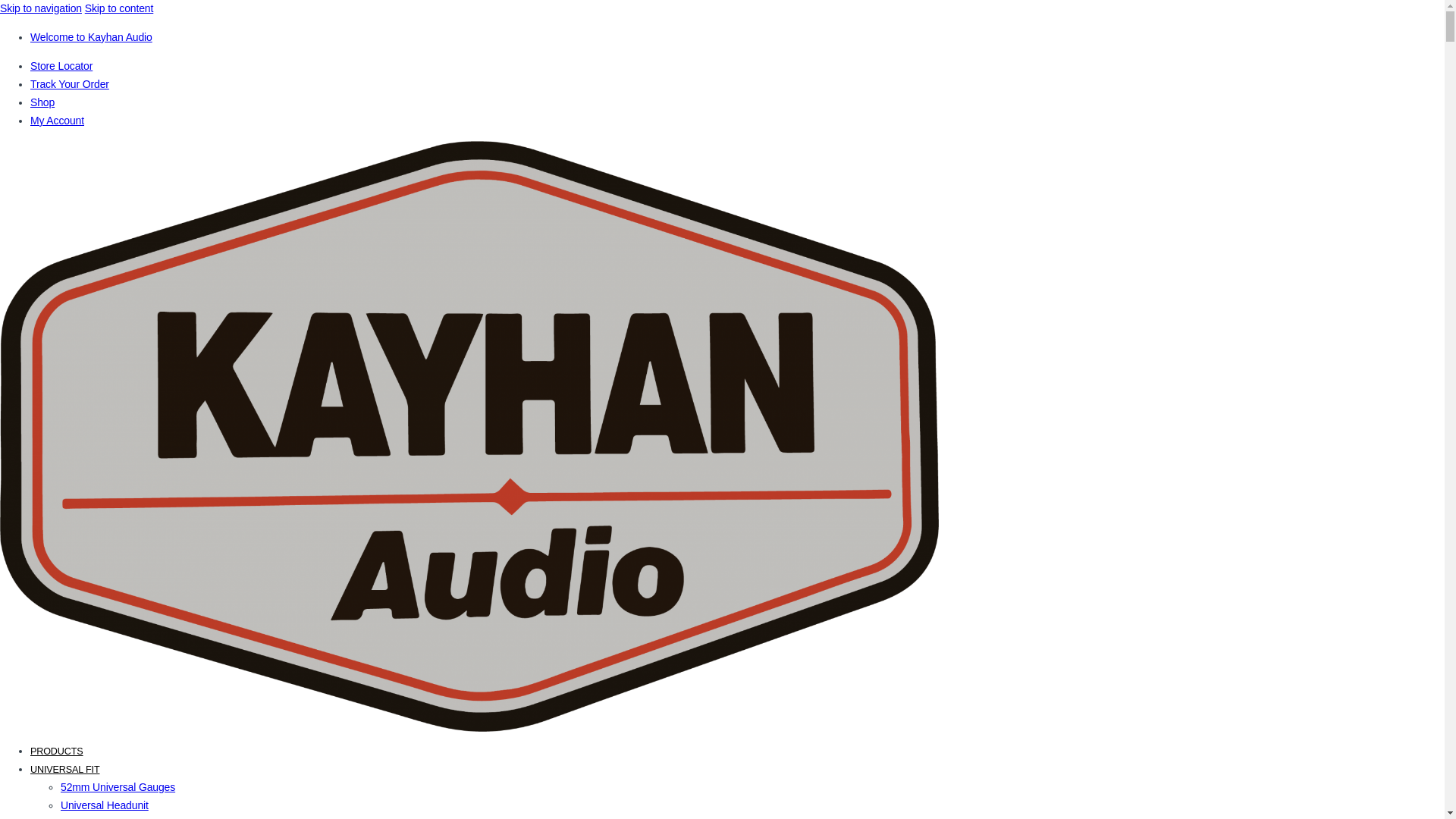  Describe the element at coordinates (30, 84) in the screenshot. I see `'Track Your Order'` at that location.